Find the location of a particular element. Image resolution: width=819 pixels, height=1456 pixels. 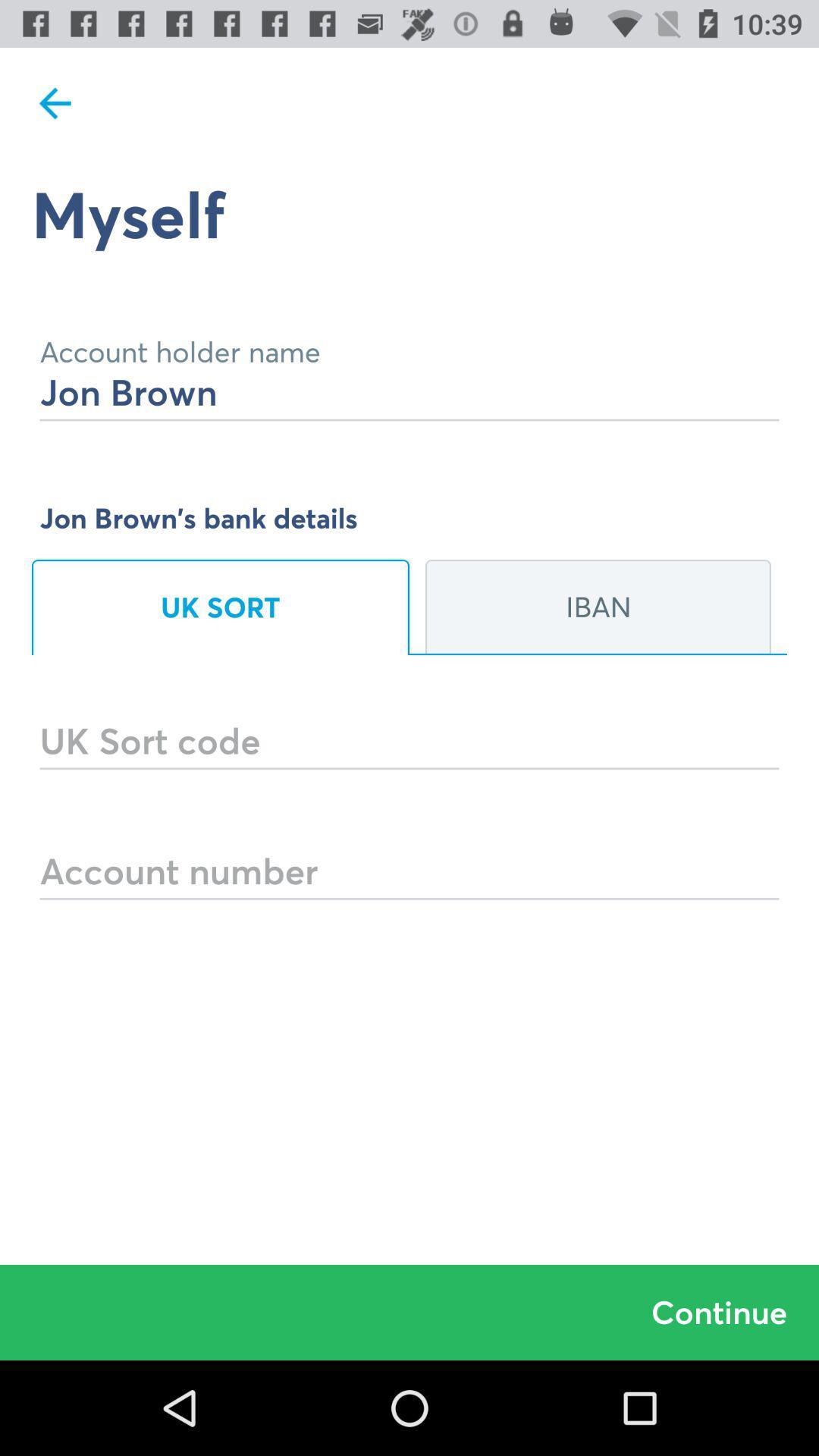

the iban item is located at coordinates (598, 607).